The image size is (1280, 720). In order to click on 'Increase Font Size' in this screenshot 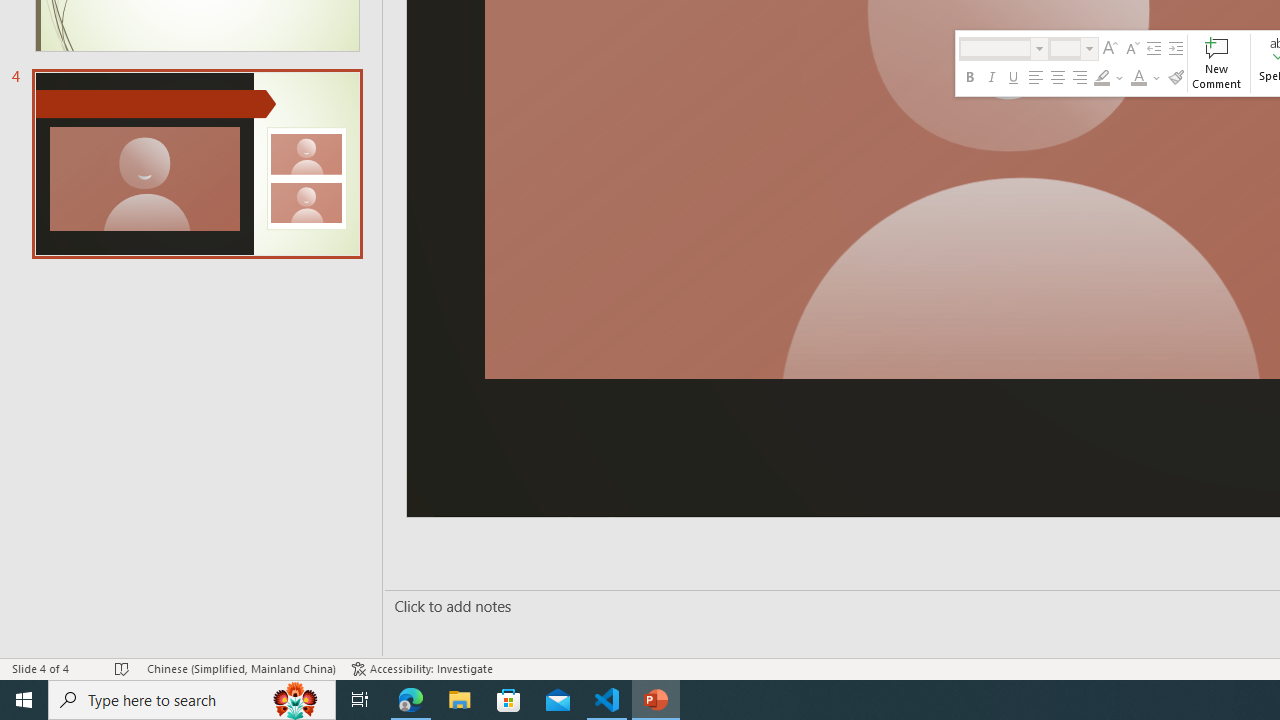, I will do `click(1109, 47)`.